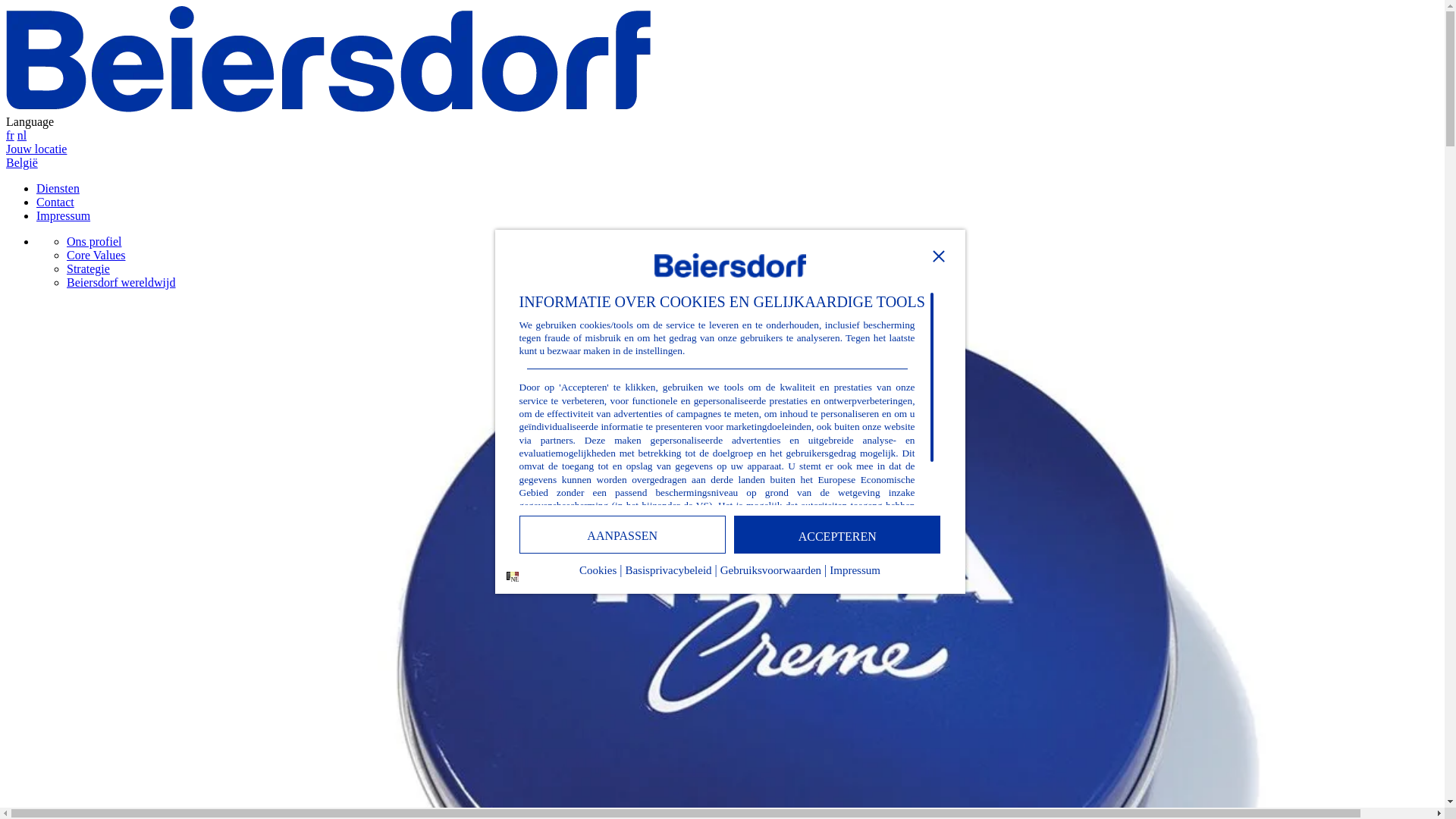  What do you see at coordinates (65, 240) in the screenshot?
I see `'Ons profiel'` at bounding box center [65, 240].